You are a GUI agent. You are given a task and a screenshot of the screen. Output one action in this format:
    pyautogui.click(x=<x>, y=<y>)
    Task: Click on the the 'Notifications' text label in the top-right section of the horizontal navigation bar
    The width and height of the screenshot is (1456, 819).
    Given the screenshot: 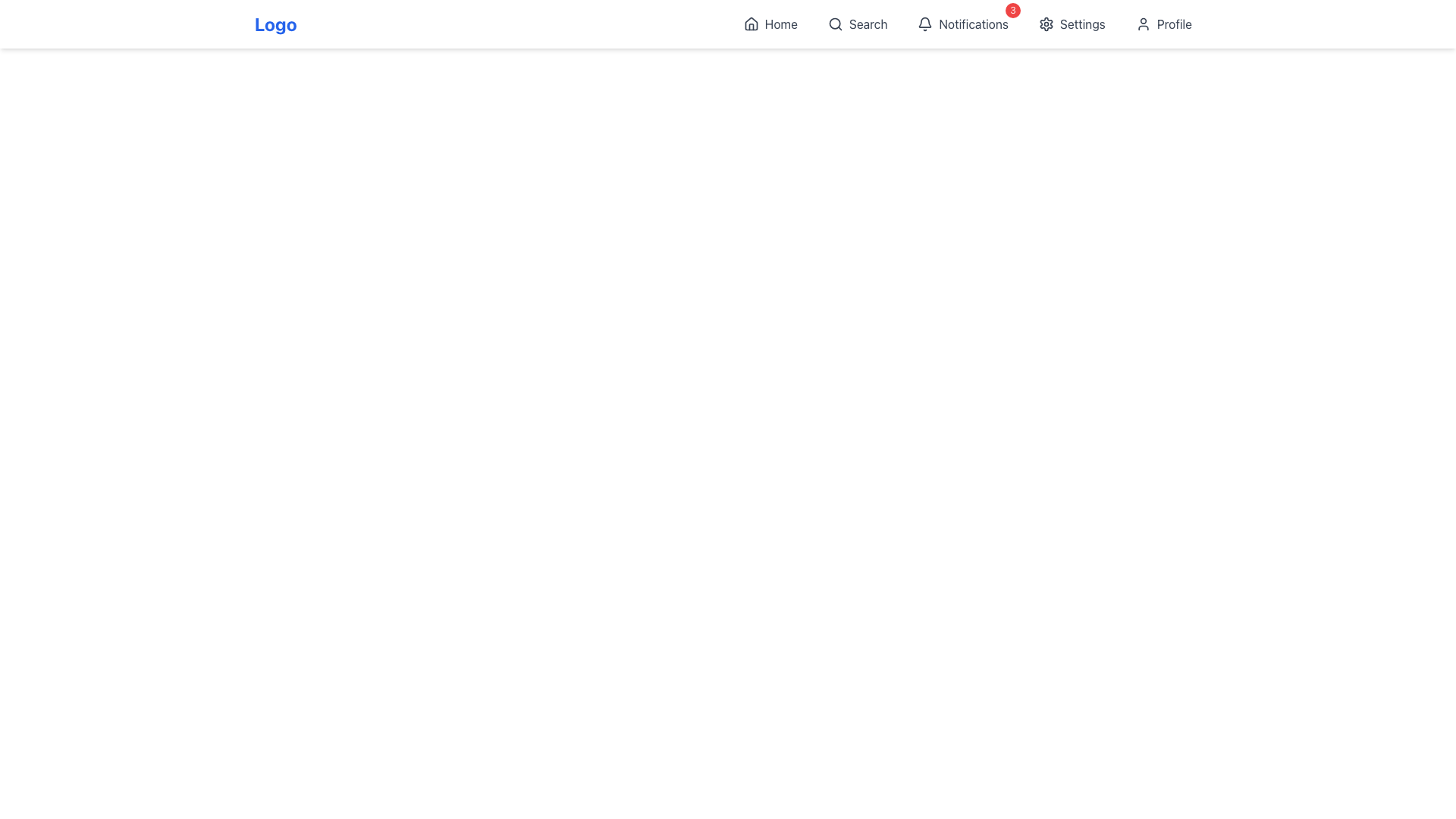 What is the action you would take?
    pyautogui.click(x=974, y=24)
    